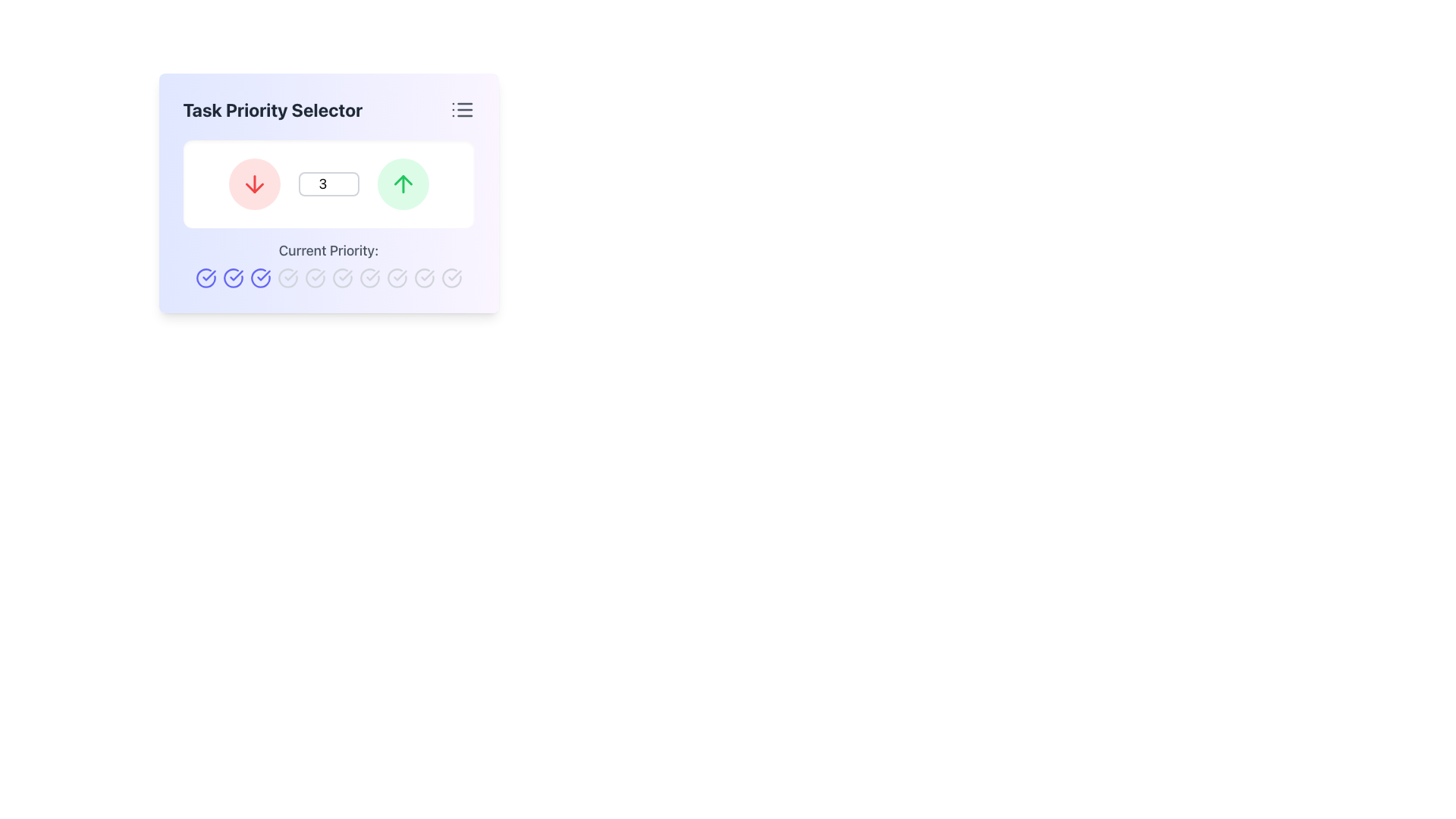  I want to click on the checkmark icon within the circular icon that indicates a specific priority state, located in the fourth position from the left in the bottom row of icons under the 'Current Priority' section, so click(400, 275).